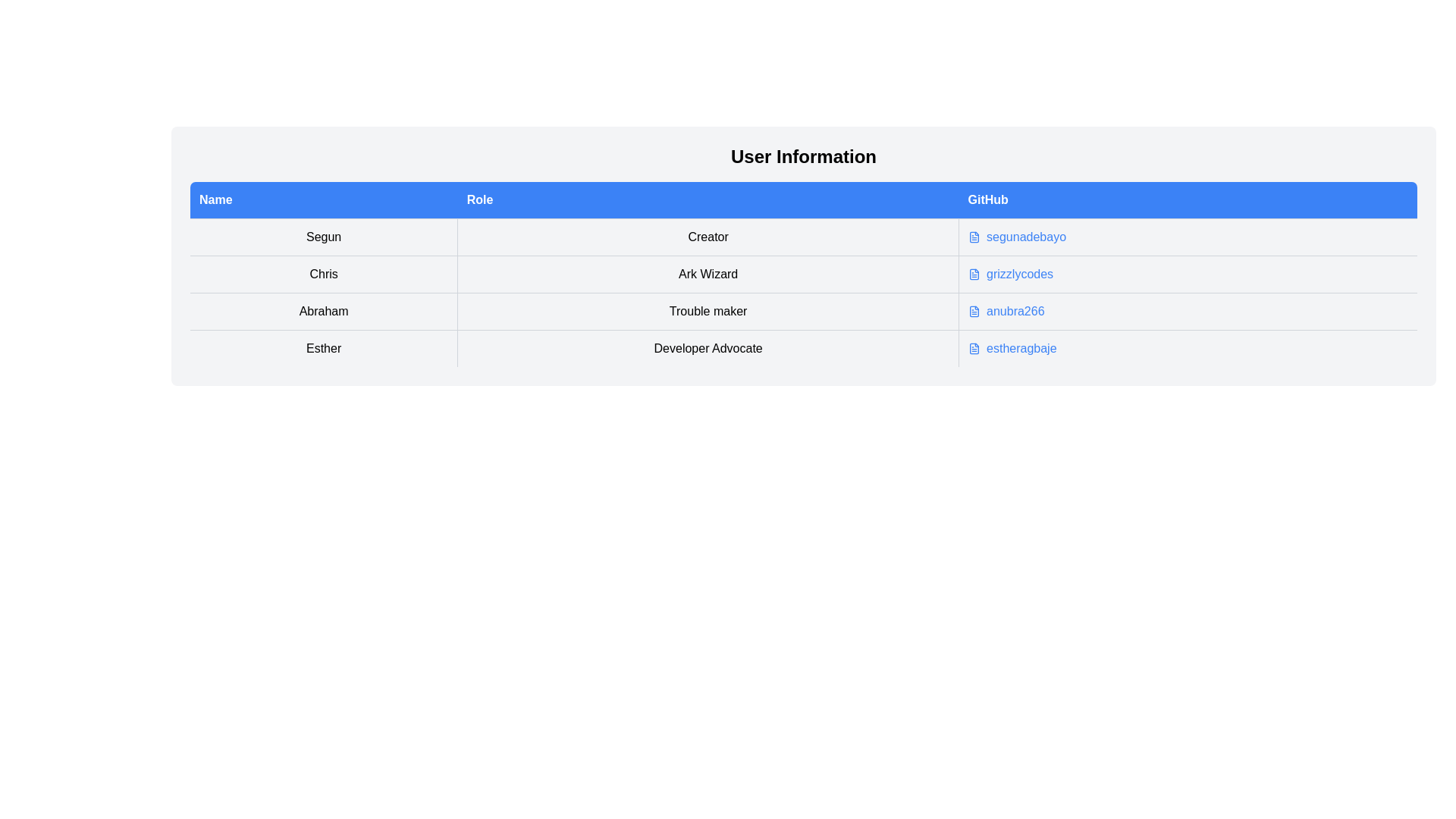  Describe the element at coordinates (974, 275) in the screenshot. I see `the document icon in the second column of the table row for the user 'Chris', which represents the 'GitHub' data field` at that location.